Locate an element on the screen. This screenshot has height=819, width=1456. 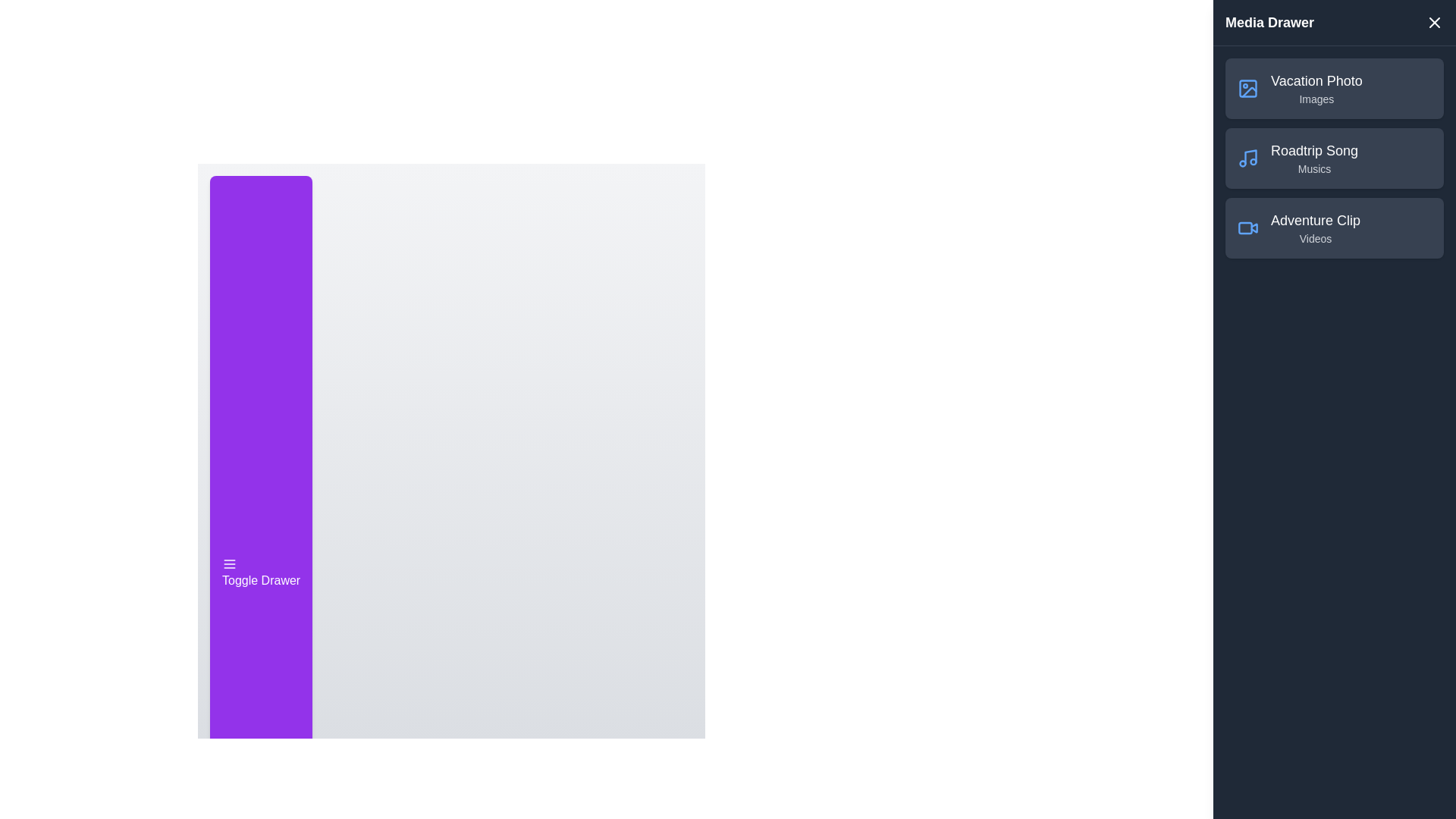
the close button in the top-right corner of the drawer is located at coordinates (1433, 23).